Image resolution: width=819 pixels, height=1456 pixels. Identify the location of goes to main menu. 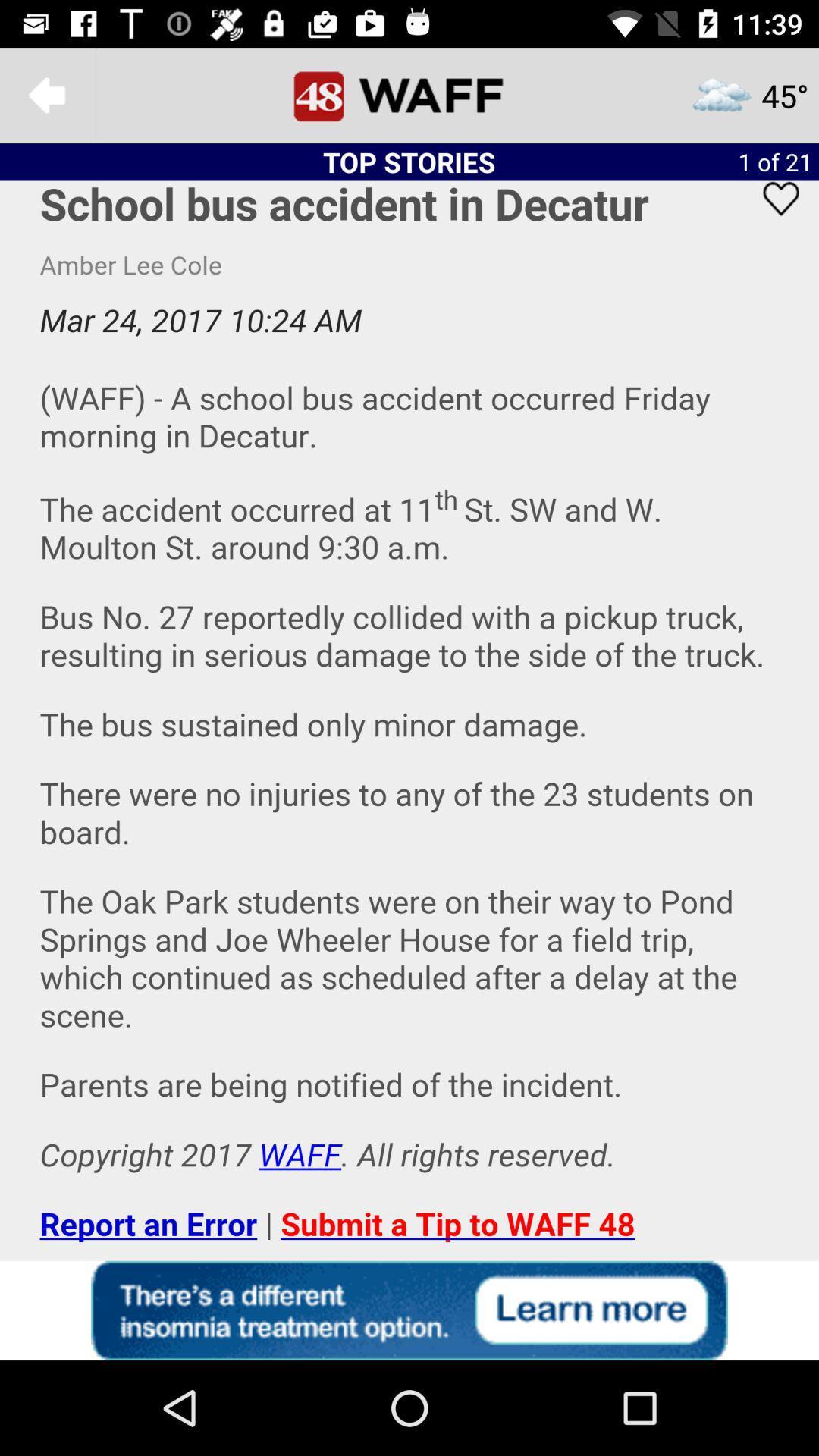
(409, 94).